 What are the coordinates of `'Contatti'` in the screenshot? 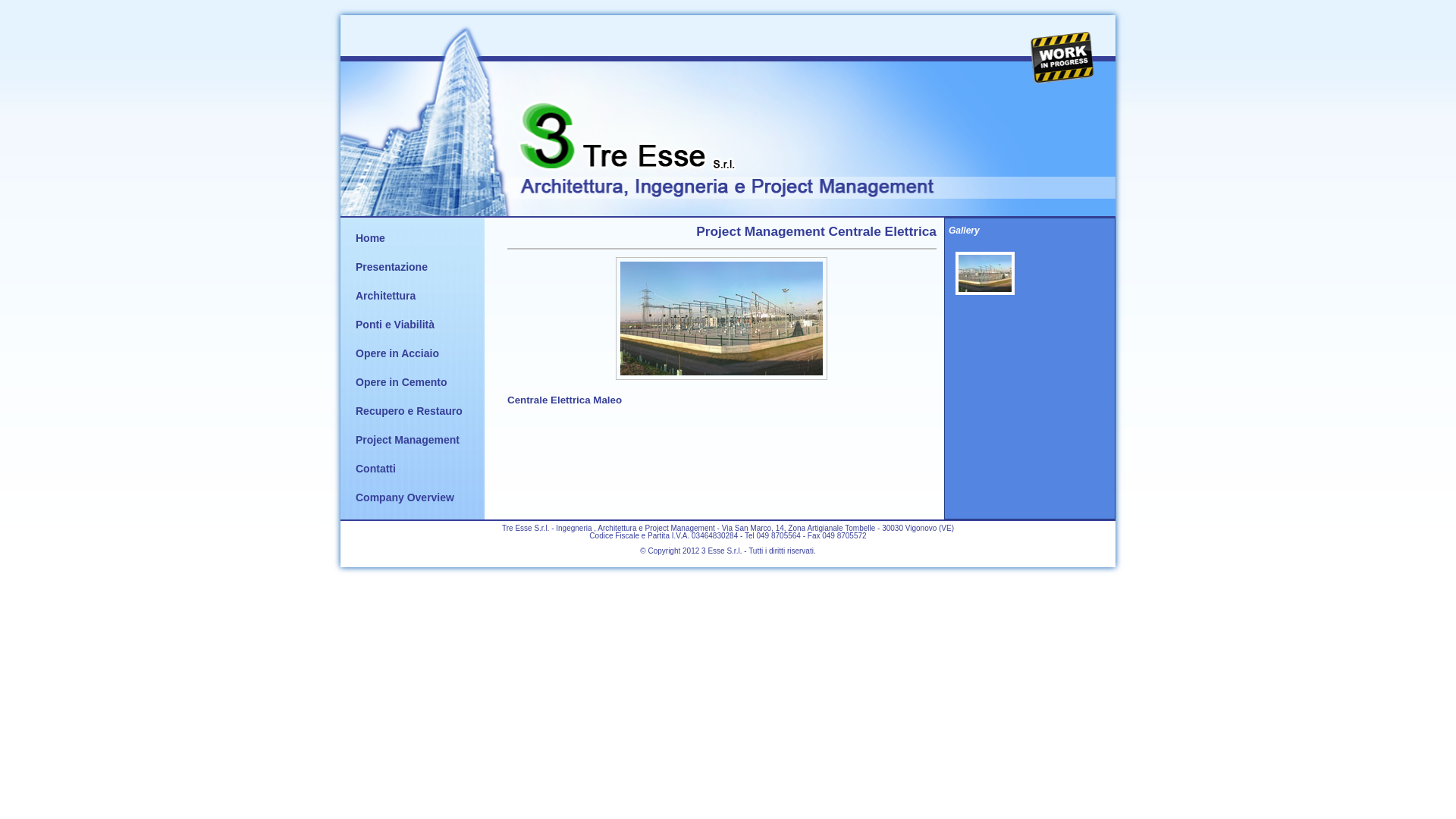 It's located at (355, 467).